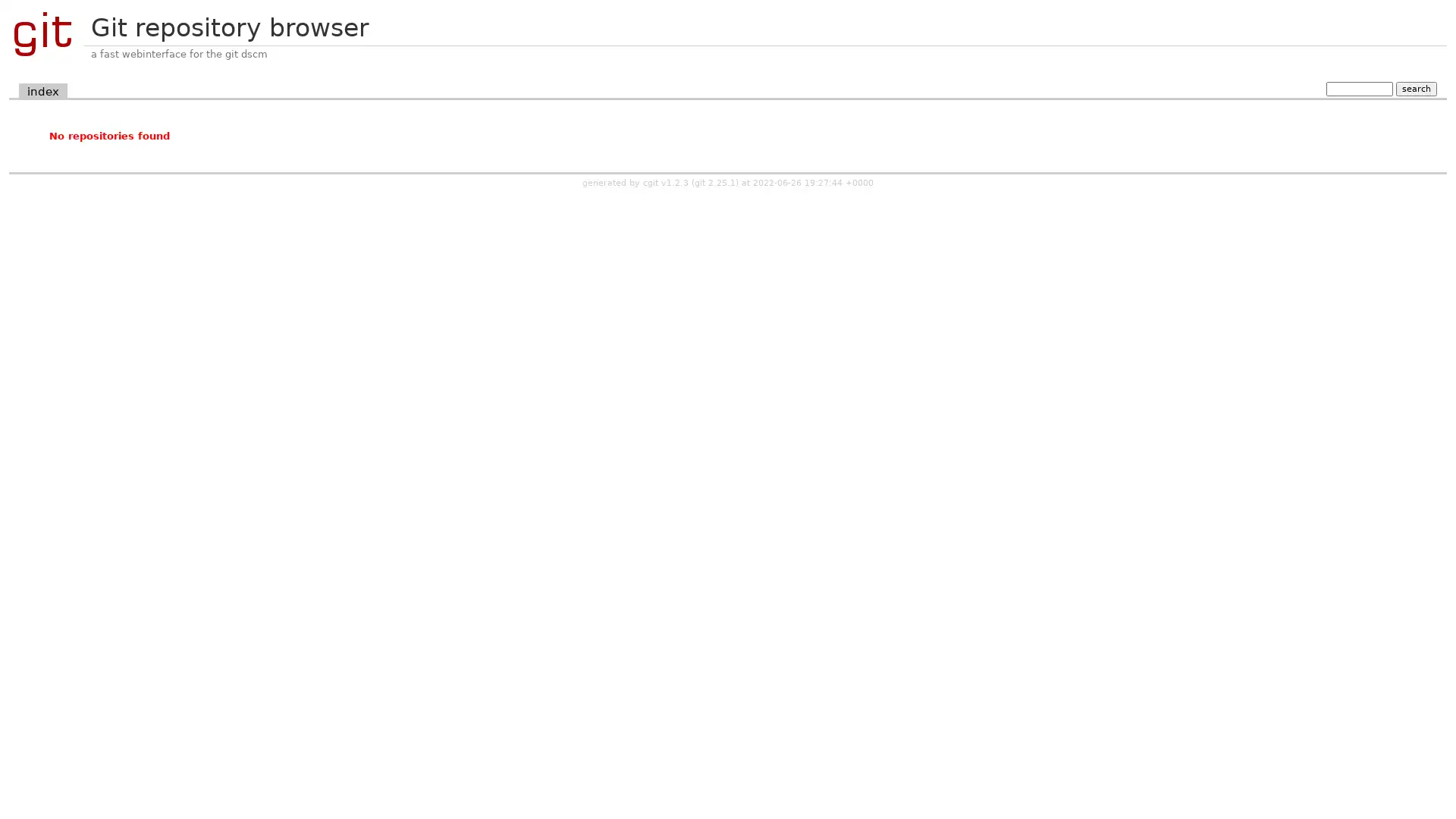  What do you see at coordinates (1415, 88) in the screenshot?
I see `search` at bounding box center [1415, 88].